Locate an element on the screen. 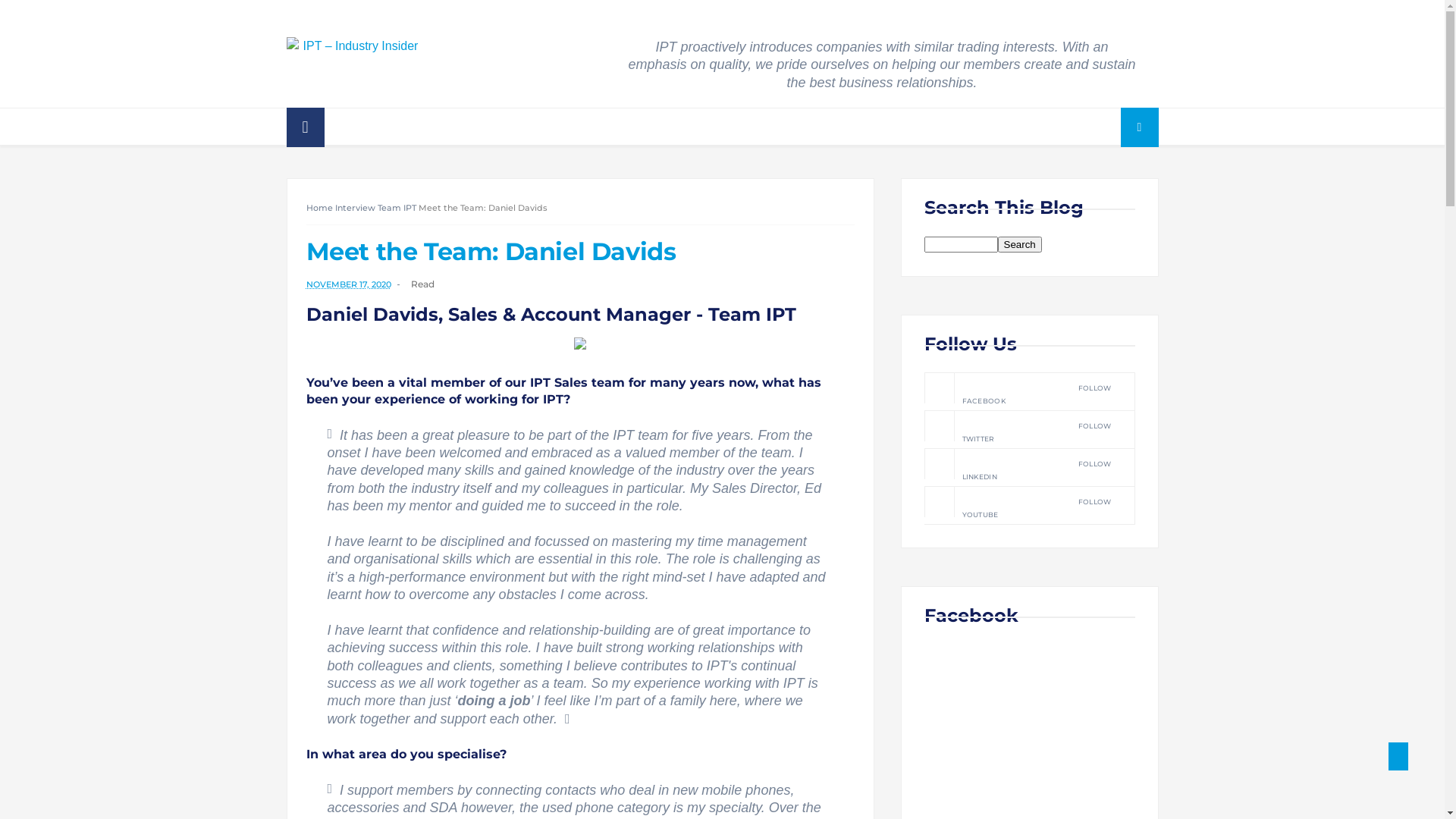 This screenshot has width=1456, height=819. 'LINKEDIN is located at coordinates (1028, 466).